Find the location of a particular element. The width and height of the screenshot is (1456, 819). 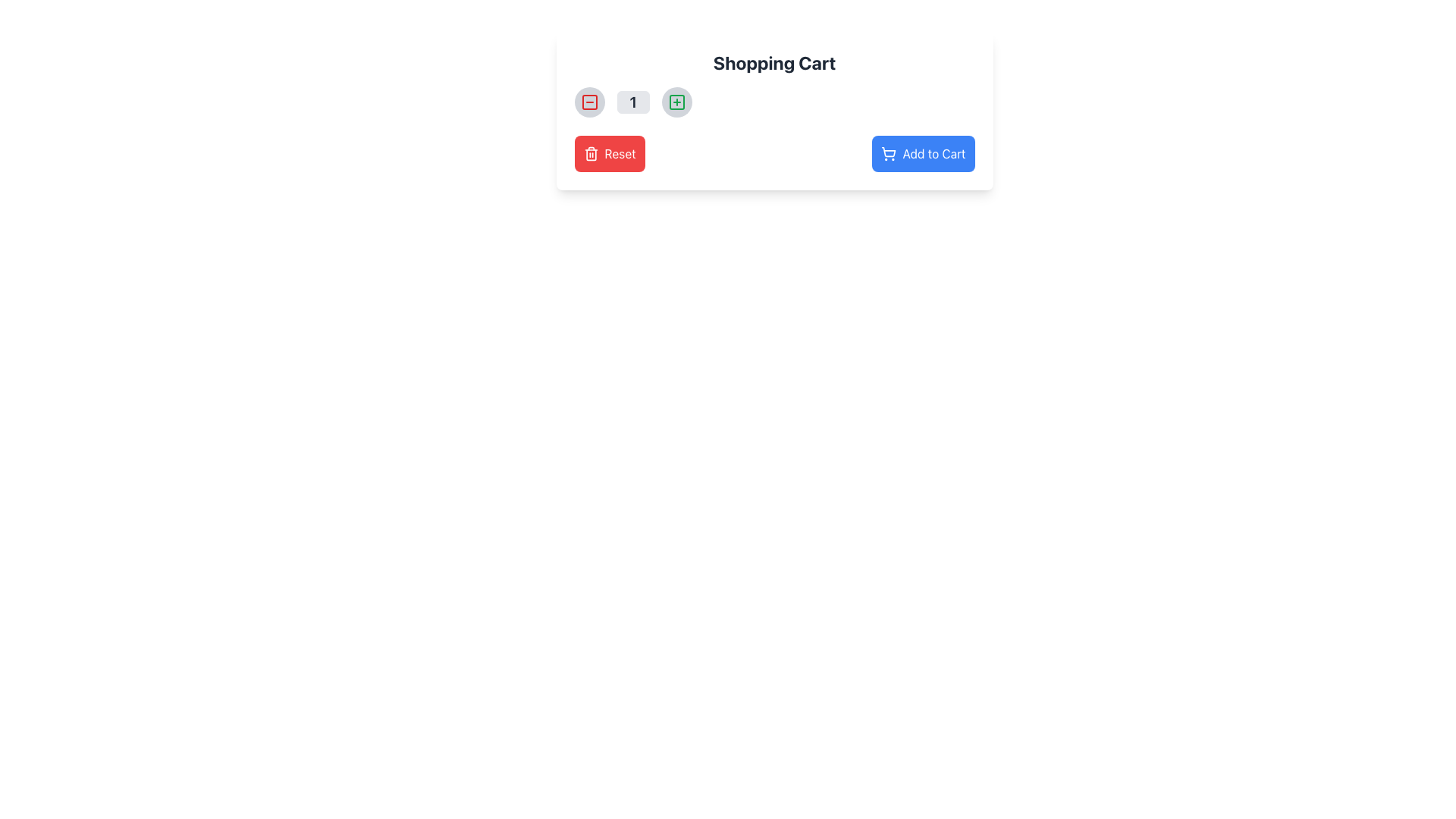

the rounded gray button with a green plus icon to observe its style change when hovered is located at coordinates (676, 102).